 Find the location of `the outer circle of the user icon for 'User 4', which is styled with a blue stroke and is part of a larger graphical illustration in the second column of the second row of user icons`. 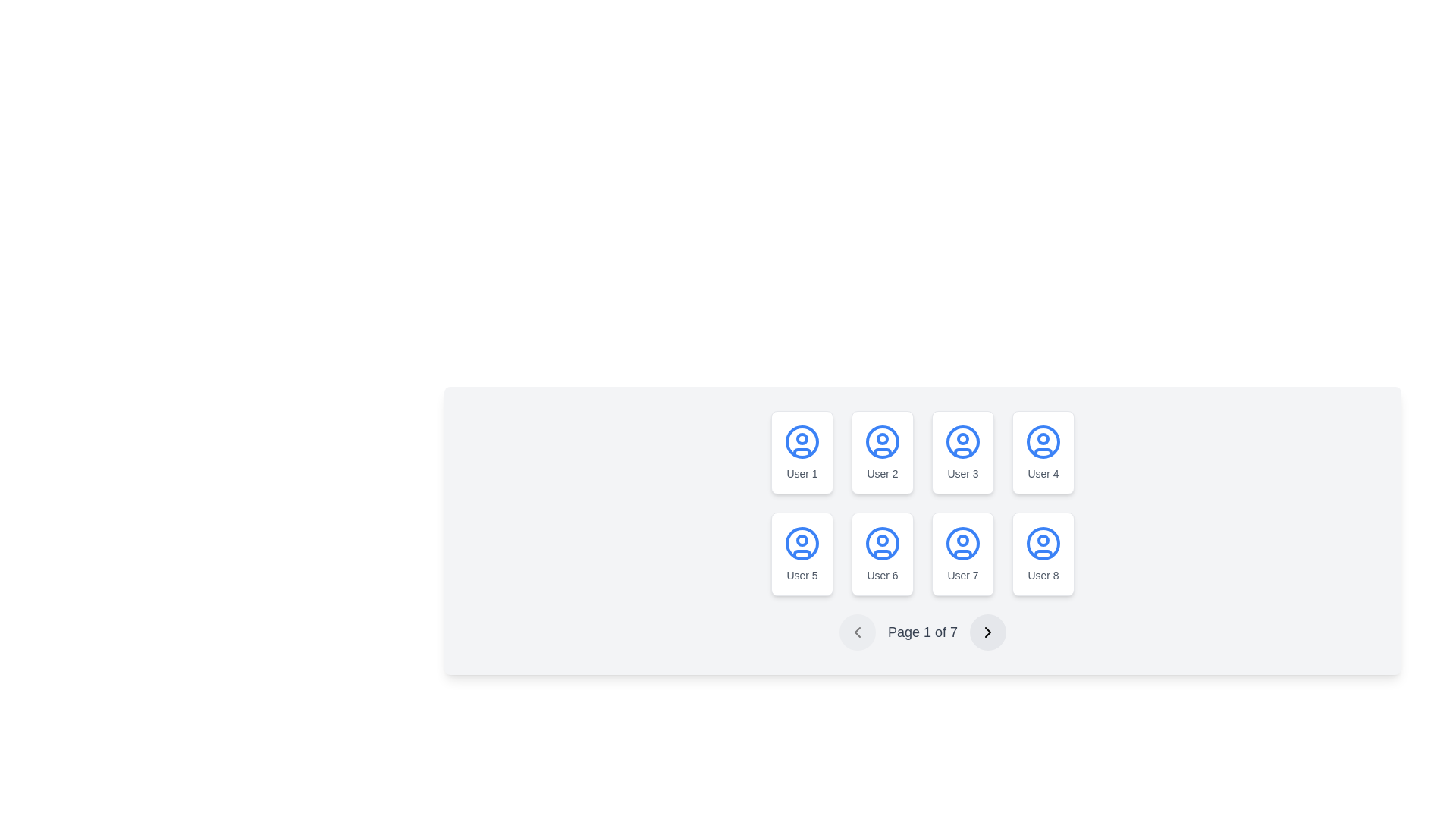

the outer circle of the user icon for 'User 4', which is styled with a blue stroke and is part of a larger graphical illustration in the second column of the second row of user icons is located at coordinates (1043, 441).